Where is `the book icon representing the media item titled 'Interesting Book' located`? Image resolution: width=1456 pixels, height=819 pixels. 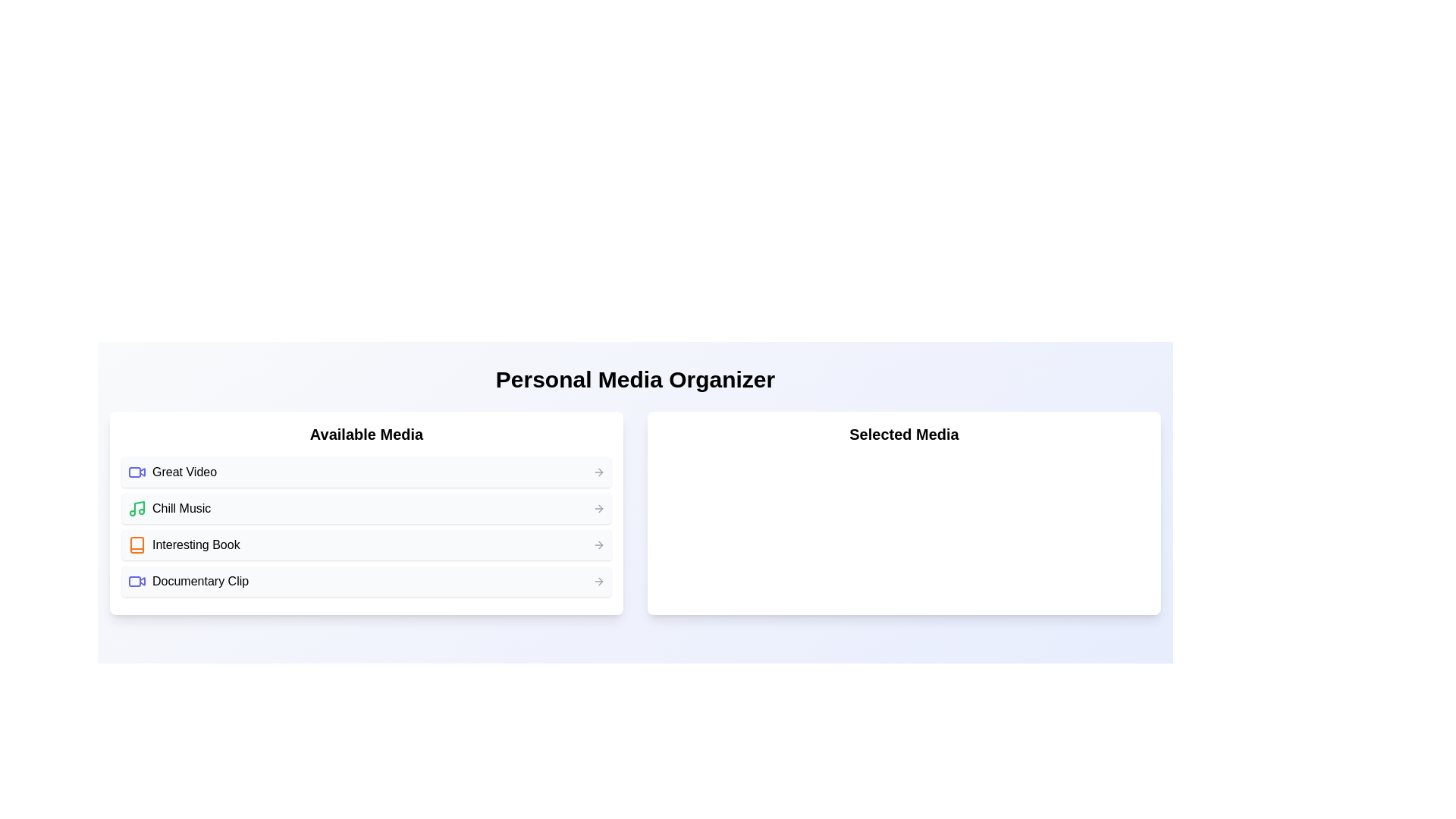 the book icon representing the media item titled 'Interesting Book' located is located at coordinates (137, 544).